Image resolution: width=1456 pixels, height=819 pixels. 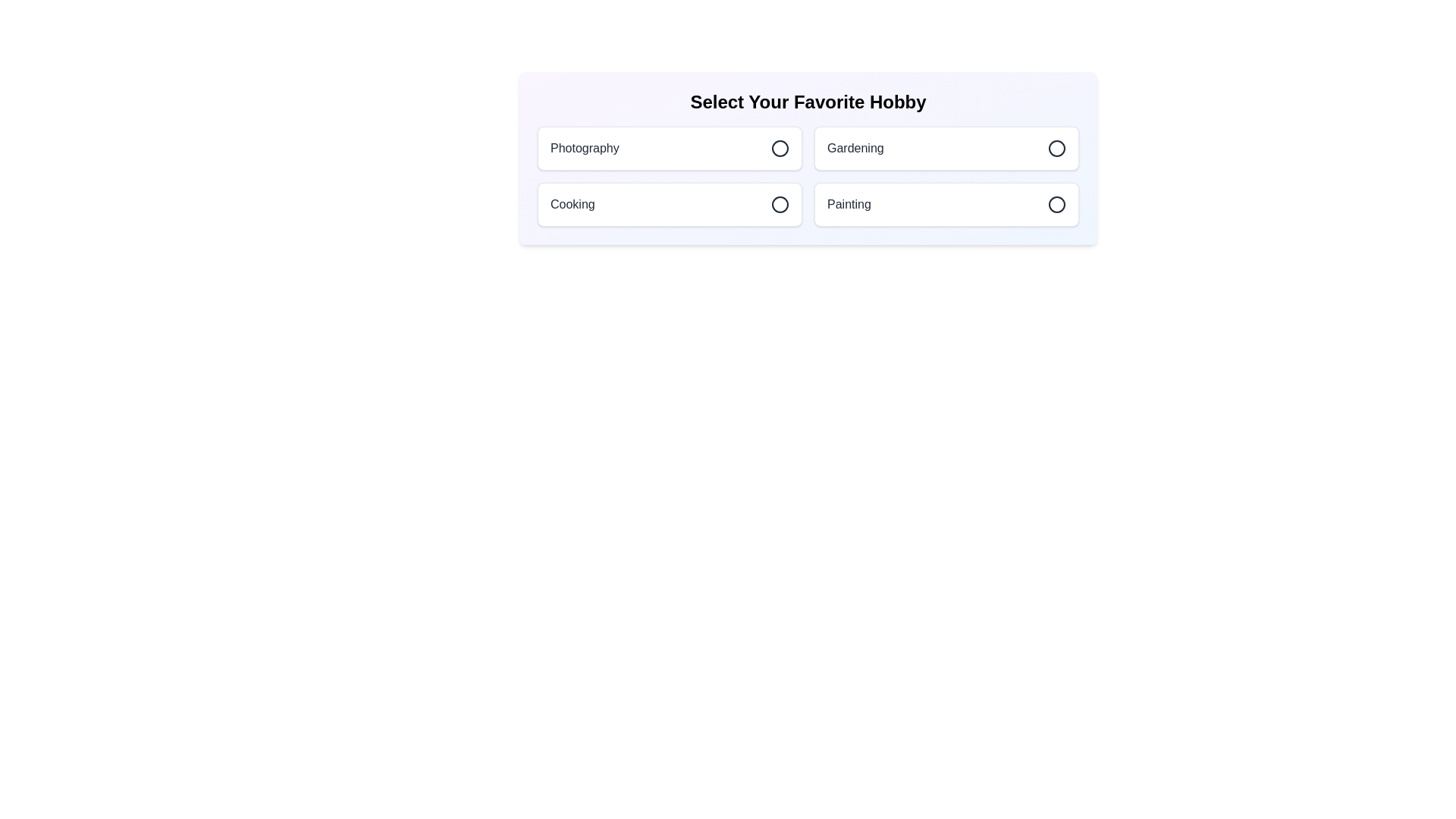 I want to click on the circular selection indicator for 'Photography' located in the top-left cell of the 'Select Your Favorite Hobby' section, so click(x=780, y=149).